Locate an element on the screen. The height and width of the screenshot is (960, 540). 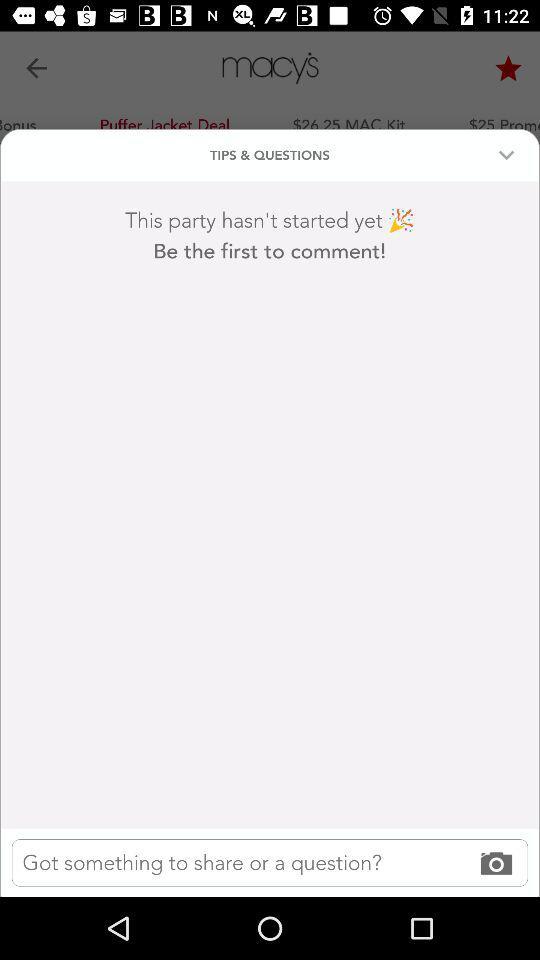
text is located at coordinates (270, 861).